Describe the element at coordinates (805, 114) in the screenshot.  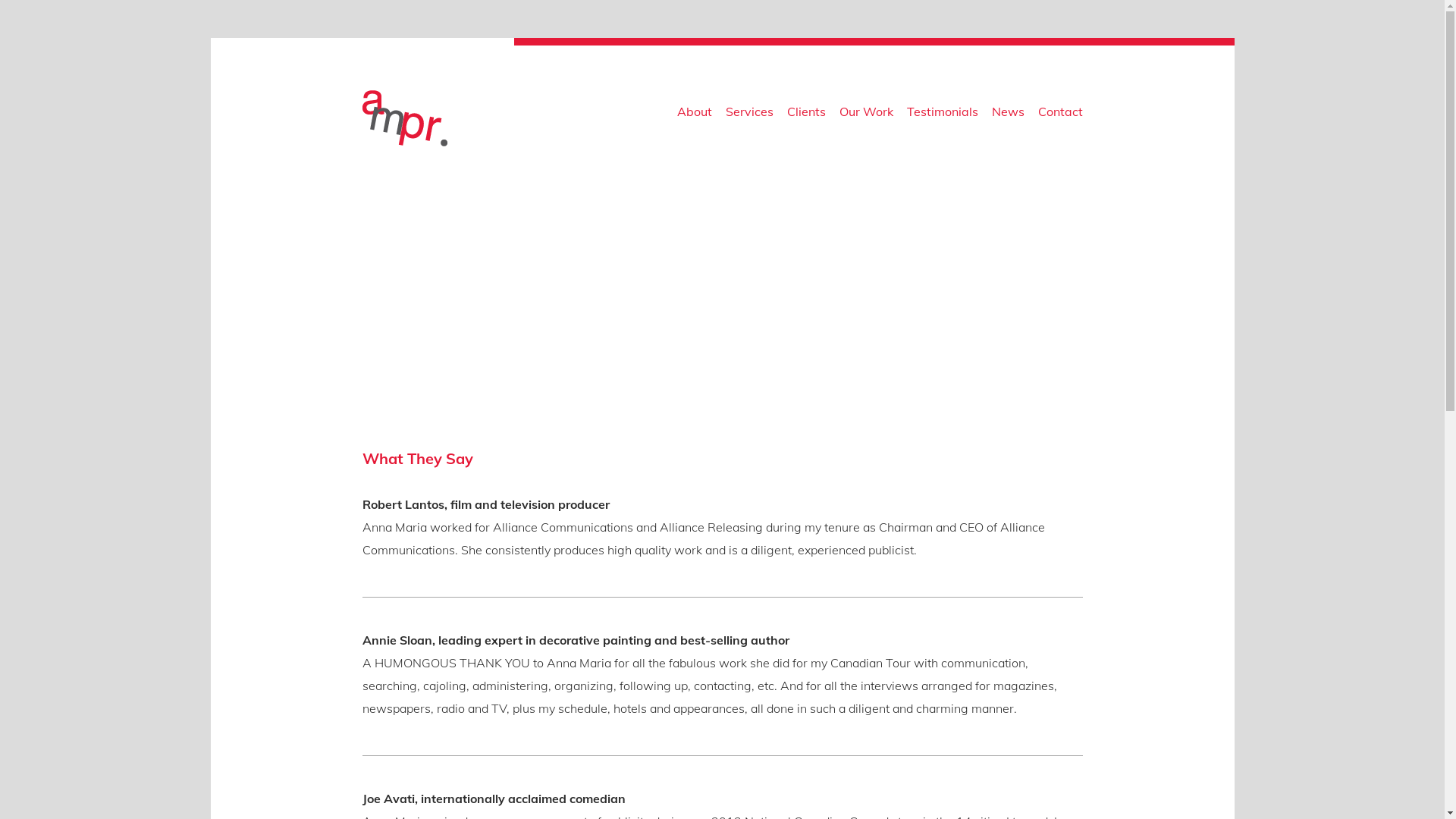
I see `'Clients'` at that location.